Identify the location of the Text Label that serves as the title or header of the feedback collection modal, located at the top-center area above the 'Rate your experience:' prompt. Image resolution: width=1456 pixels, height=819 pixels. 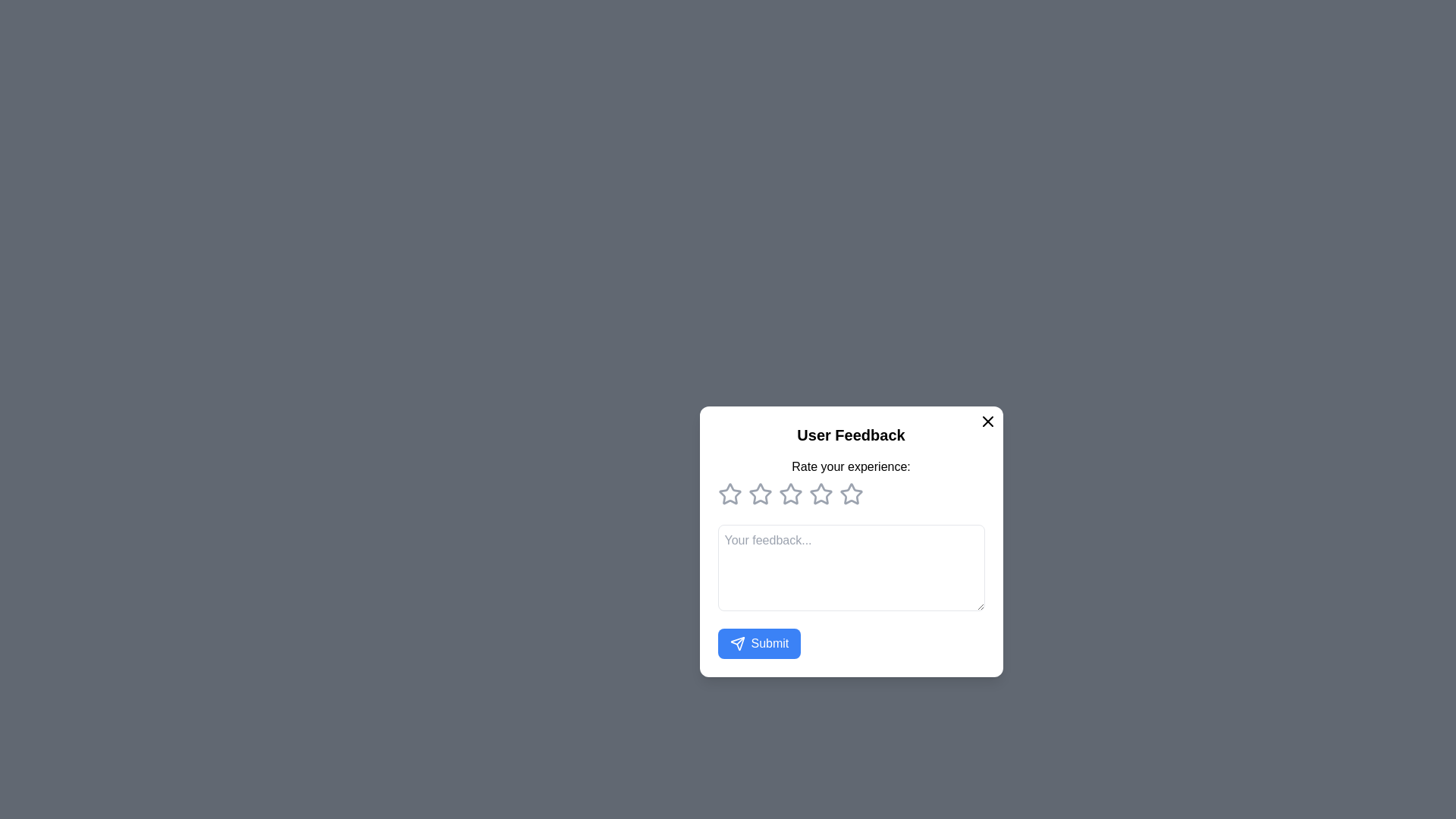
(851, 435).